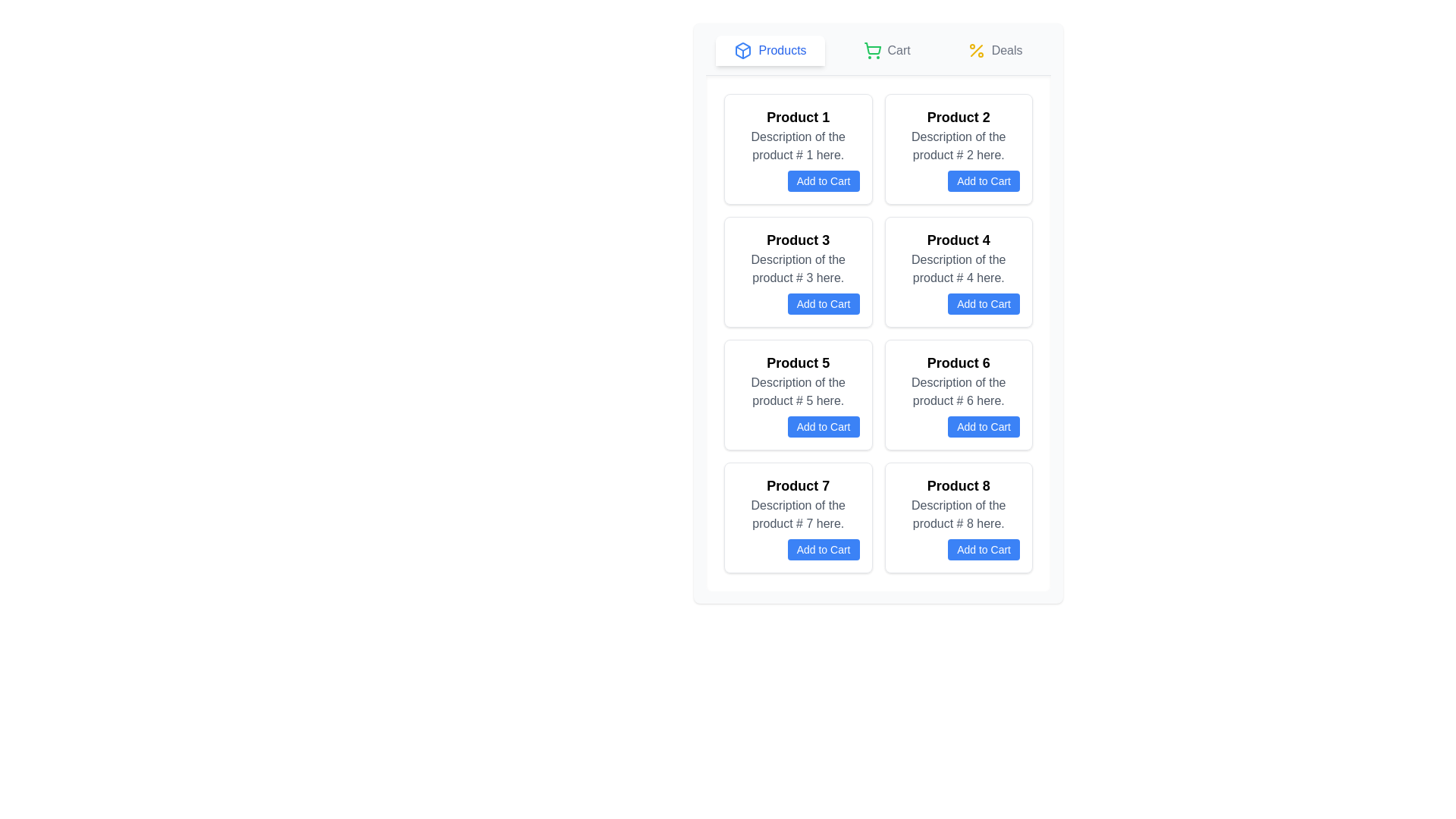  Describe the element at coordinates (958, 304) in the screenshot. I see `the 'Add to Cart' button for 'Product 4' located at the bottom-right corner of its card` at that location.